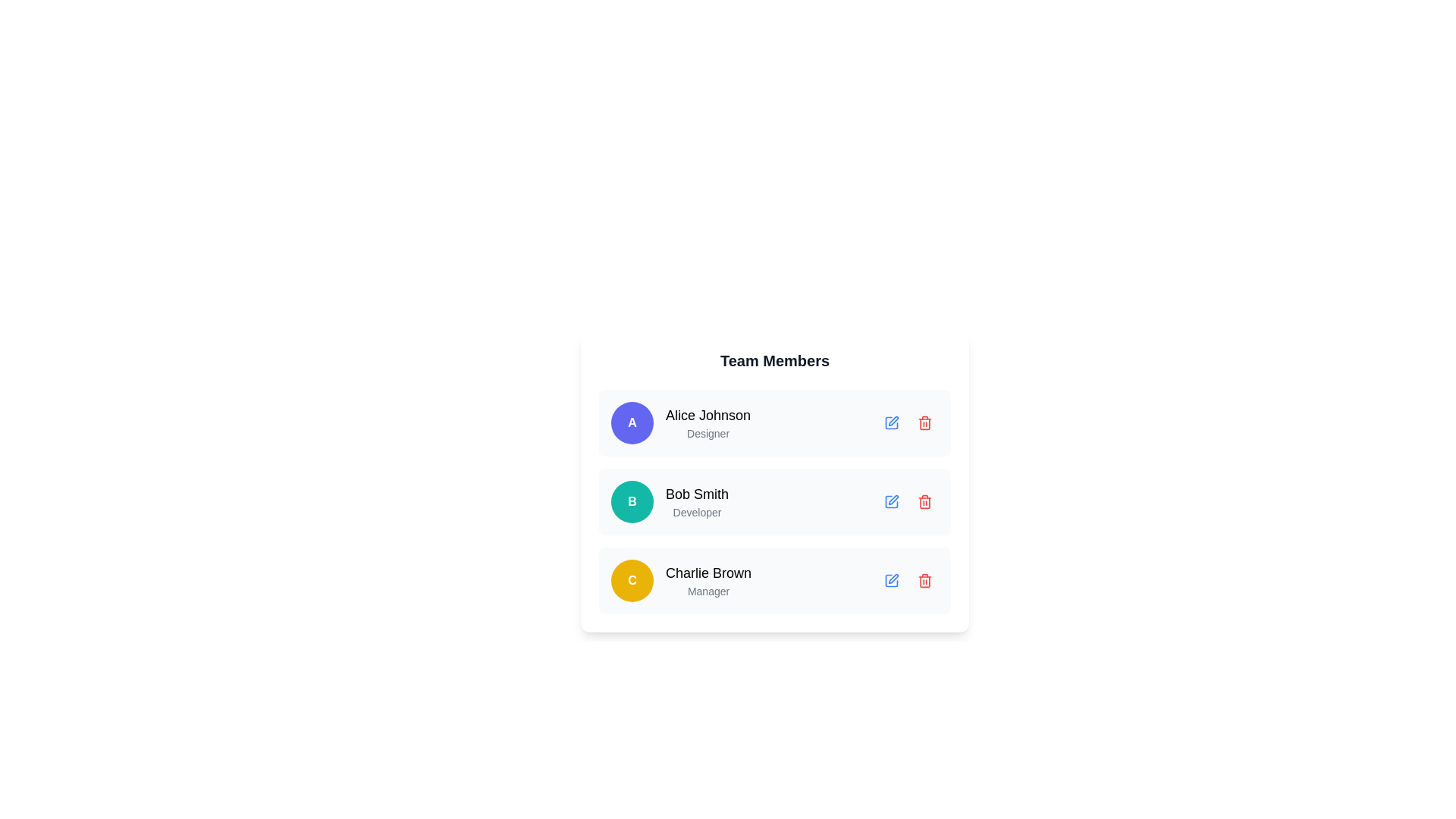 This screenshot has height=819, width=1456. Describe the element at coordinates (708, 423) in the screenshot. I see `the first Text Label displaying the name and role of a team member, which is part of a vertically stacked list and located next to a circular avatar` at that location.